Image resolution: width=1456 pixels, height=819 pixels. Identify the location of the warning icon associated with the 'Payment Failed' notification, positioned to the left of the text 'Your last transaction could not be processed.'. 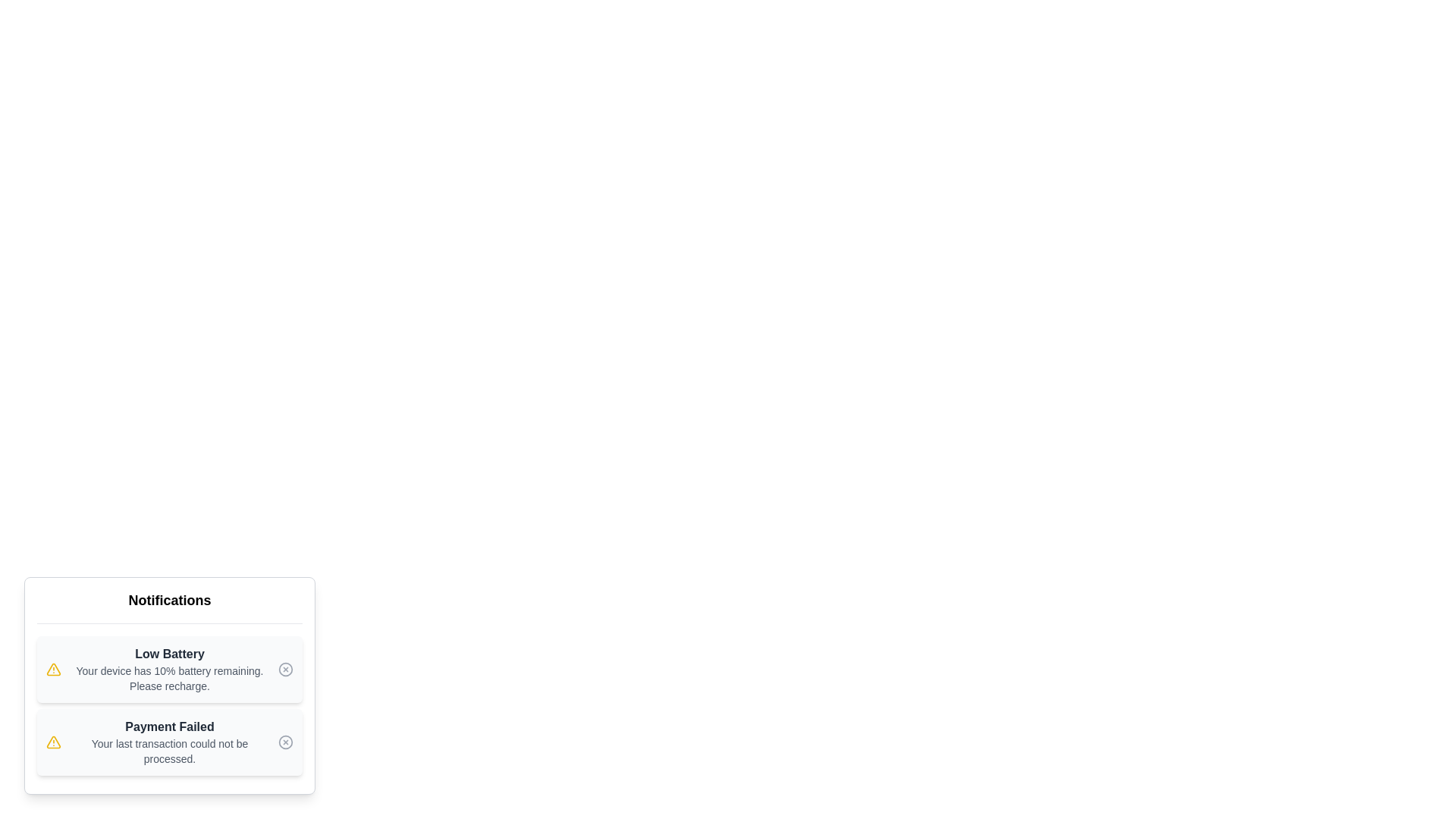
(54, 669).